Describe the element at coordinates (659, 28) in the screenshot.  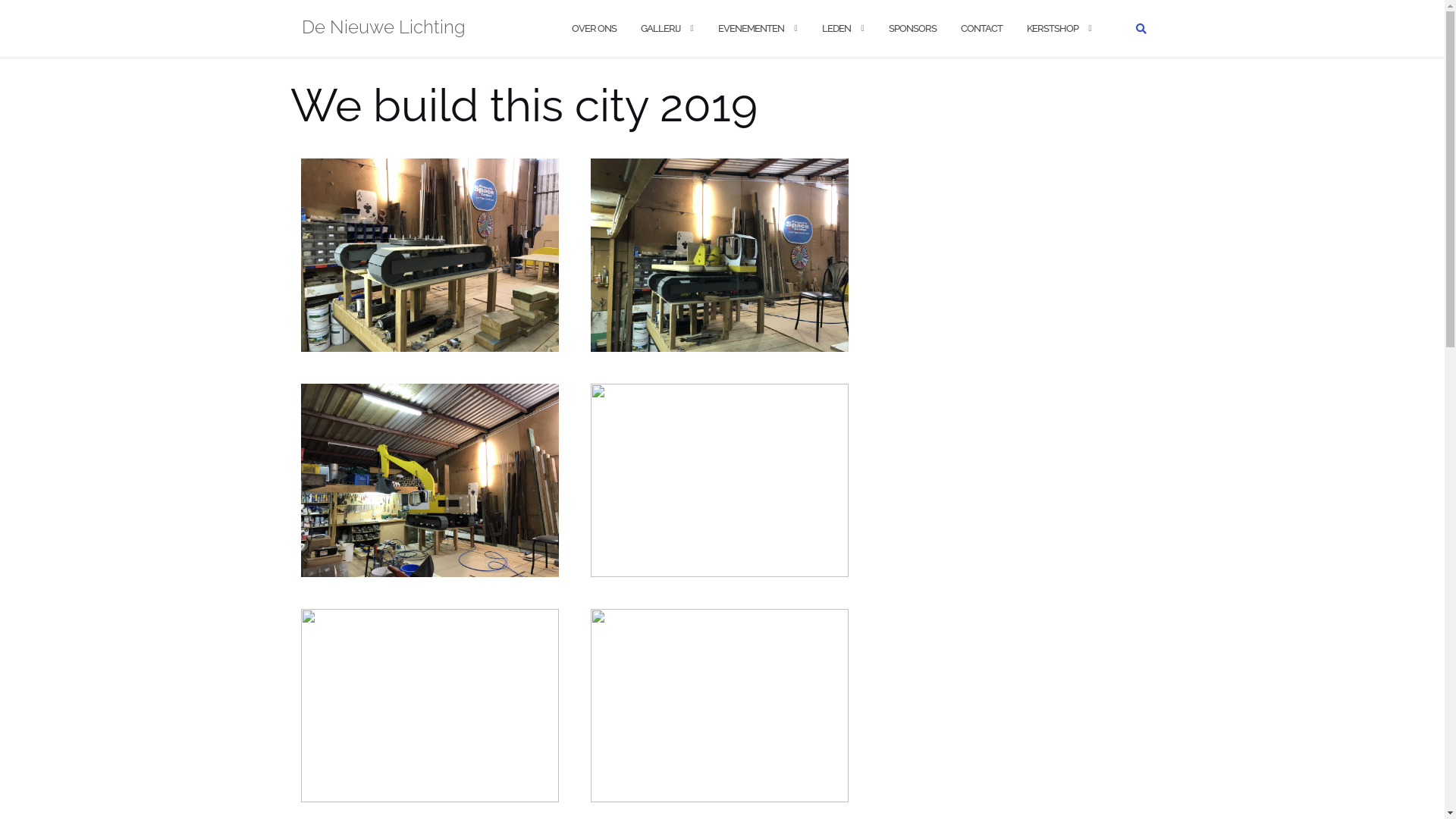
I see `'GALLERIJ'` at that location.